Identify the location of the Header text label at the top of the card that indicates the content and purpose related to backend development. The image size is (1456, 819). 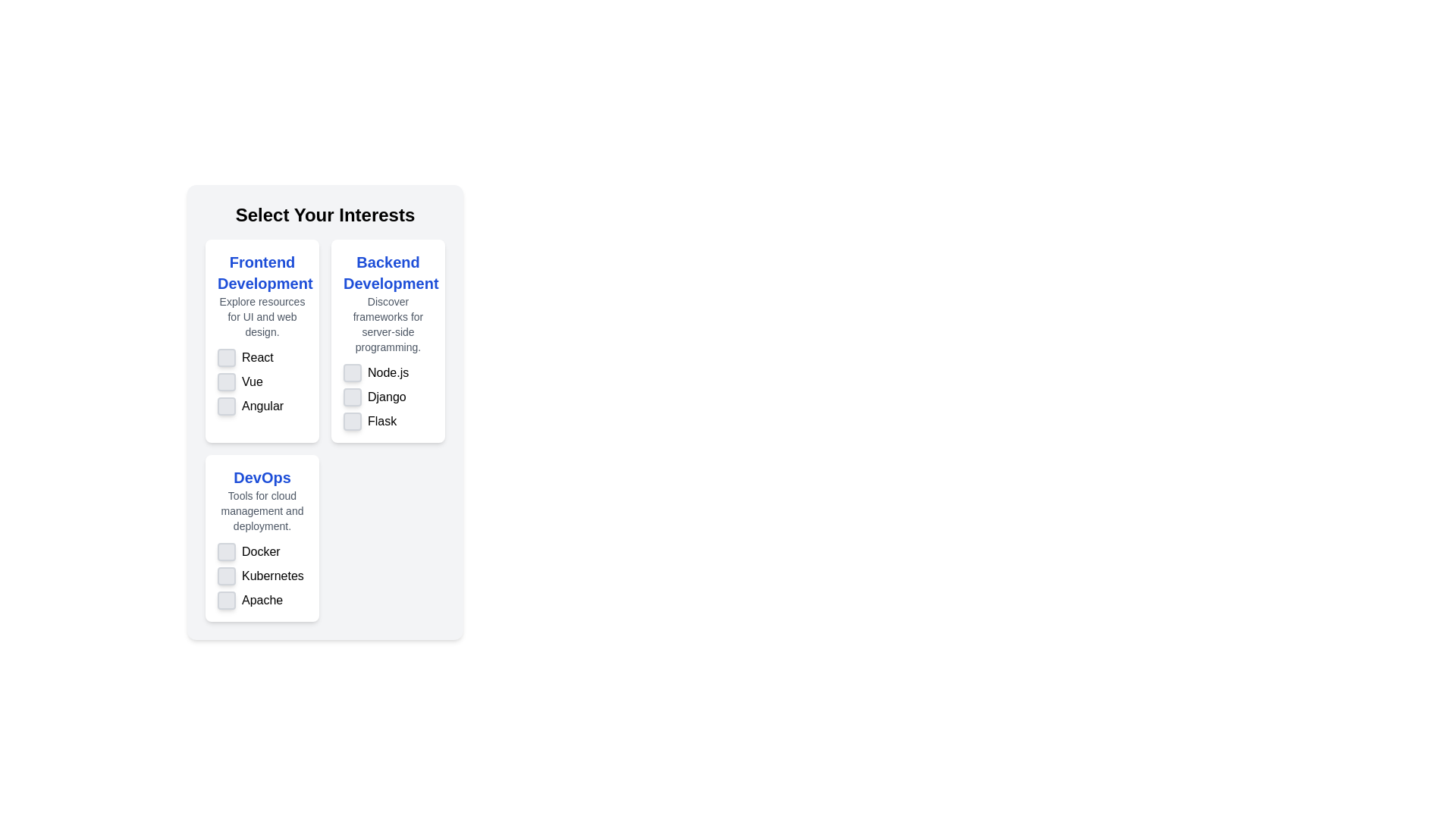
(388, 271).